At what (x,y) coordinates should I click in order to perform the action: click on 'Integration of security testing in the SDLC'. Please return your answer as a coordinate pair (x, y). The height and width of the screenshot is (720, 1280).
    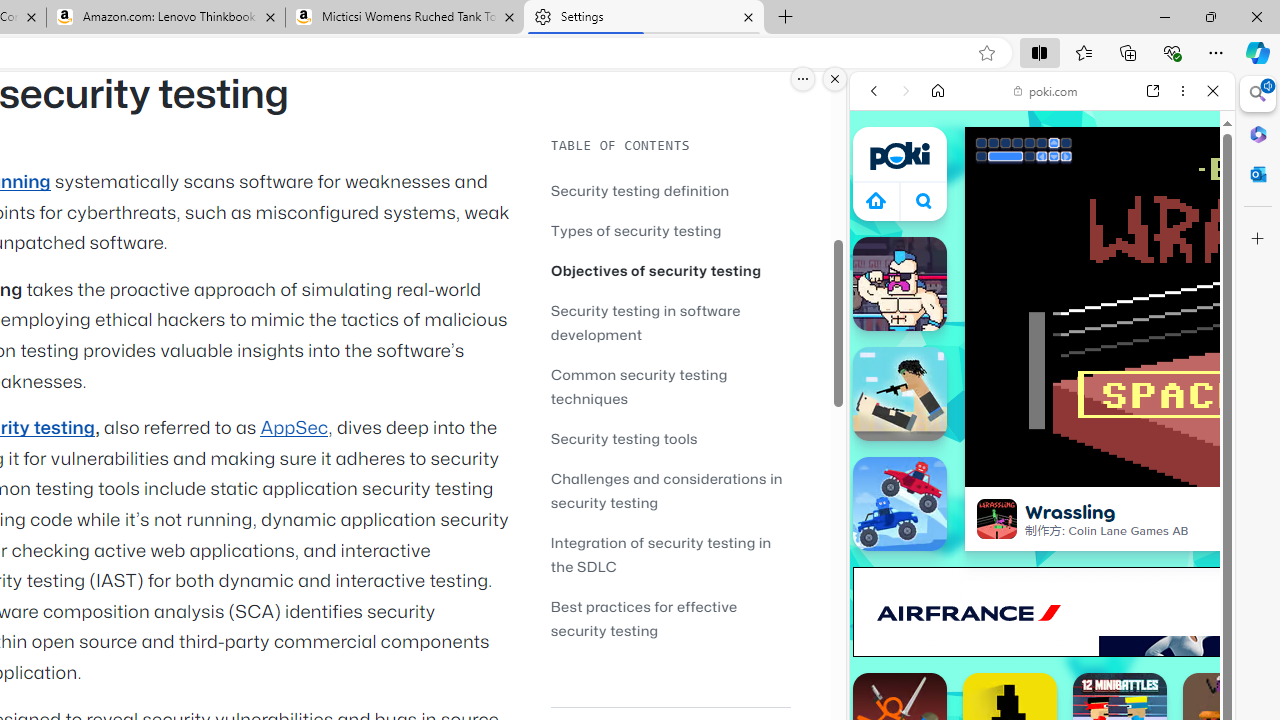
    Looking at the image, I should click on (670, 554).